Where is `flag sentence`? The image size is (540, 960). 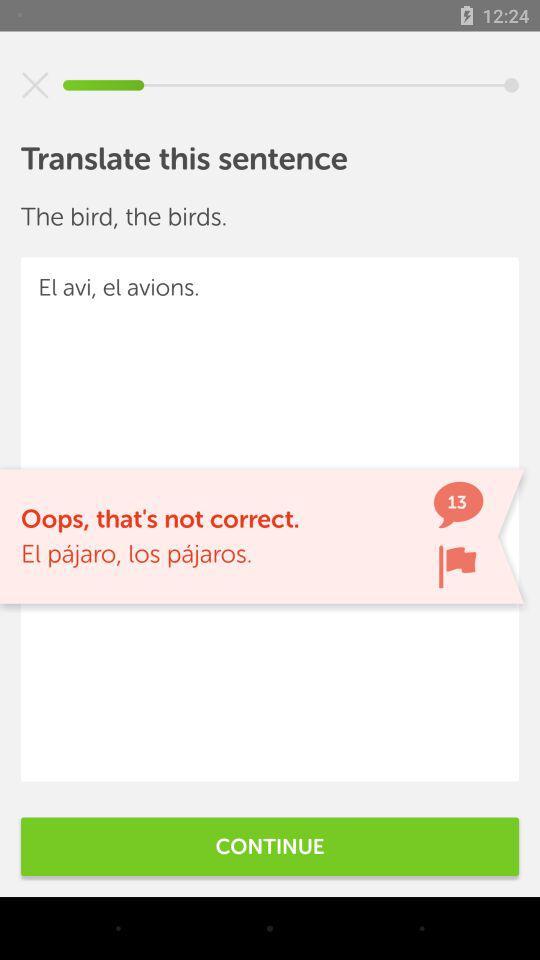
flag sentence is located at coordinates (457, 566).